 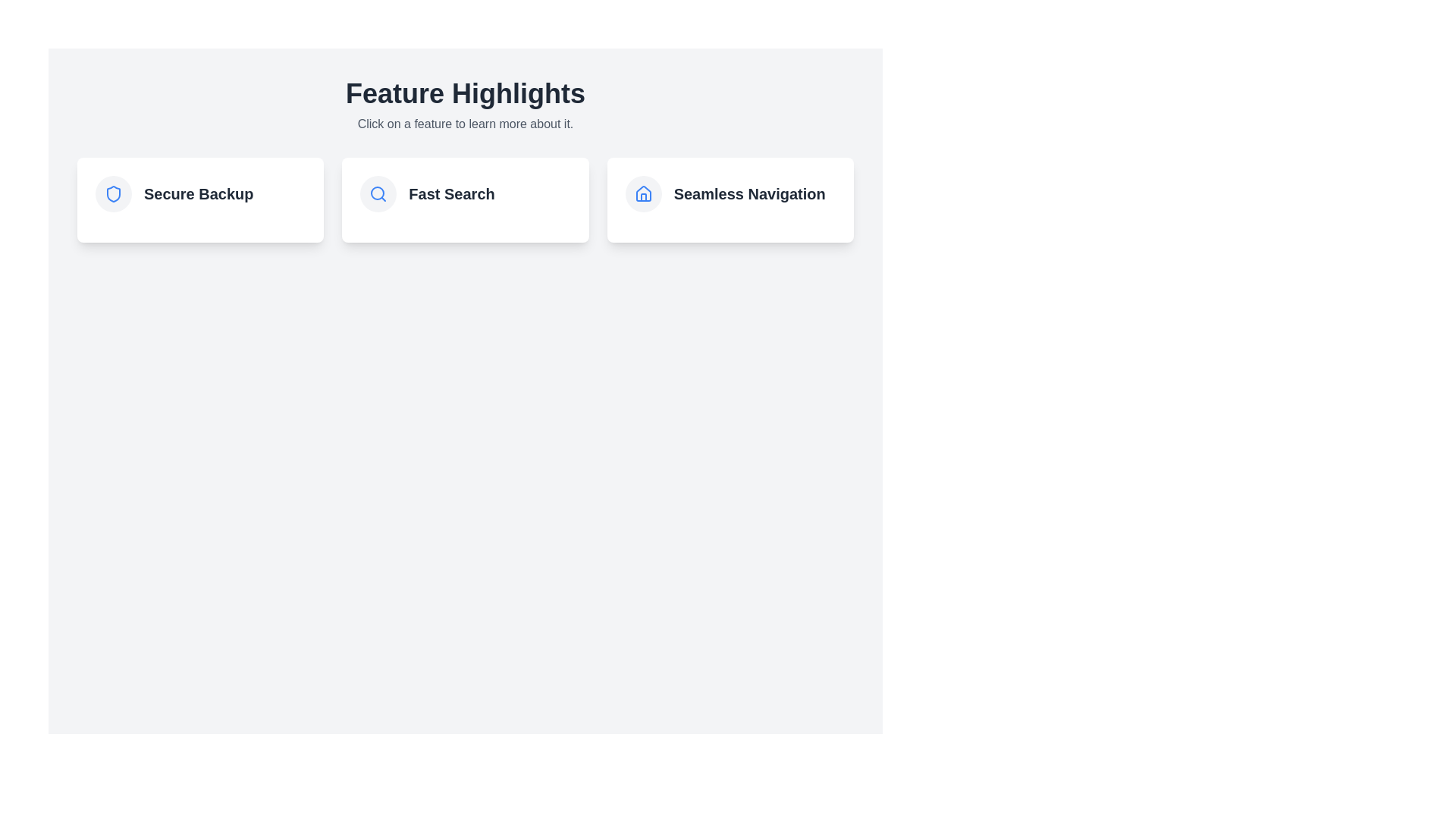 What do you see at coordinates (465, 124) in the screenshot?
I see `the static text label located below the 'Feature Highlights' heading, which serves as an informational prompt for users` at bounding box center [465, 124].